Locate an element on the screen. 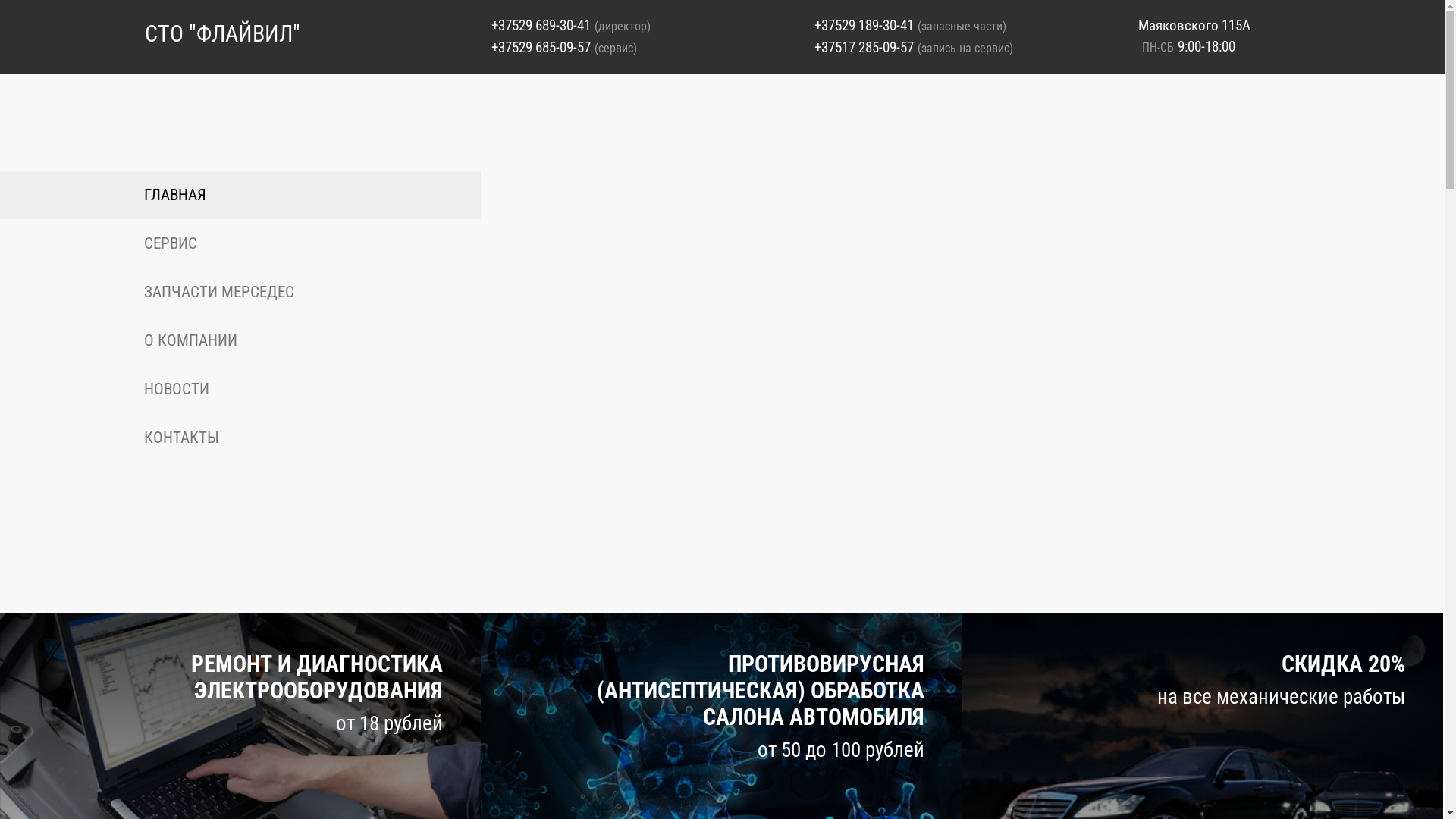 Image resolution: width=1456 pixels, height=819 pixels. '+37529 689-30-41' is located at coordinates (541, 25).